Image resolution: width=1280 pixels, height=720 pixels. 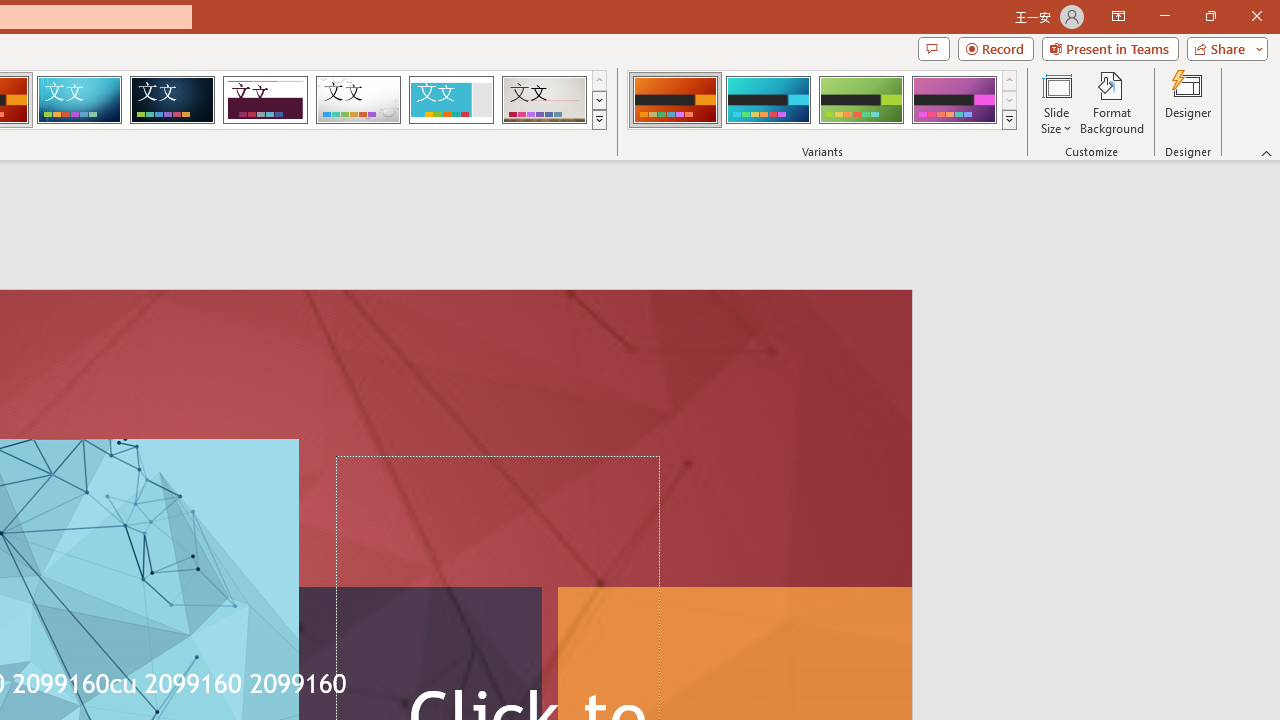 I want to click on 'Frame', so click(x=450, y=100).